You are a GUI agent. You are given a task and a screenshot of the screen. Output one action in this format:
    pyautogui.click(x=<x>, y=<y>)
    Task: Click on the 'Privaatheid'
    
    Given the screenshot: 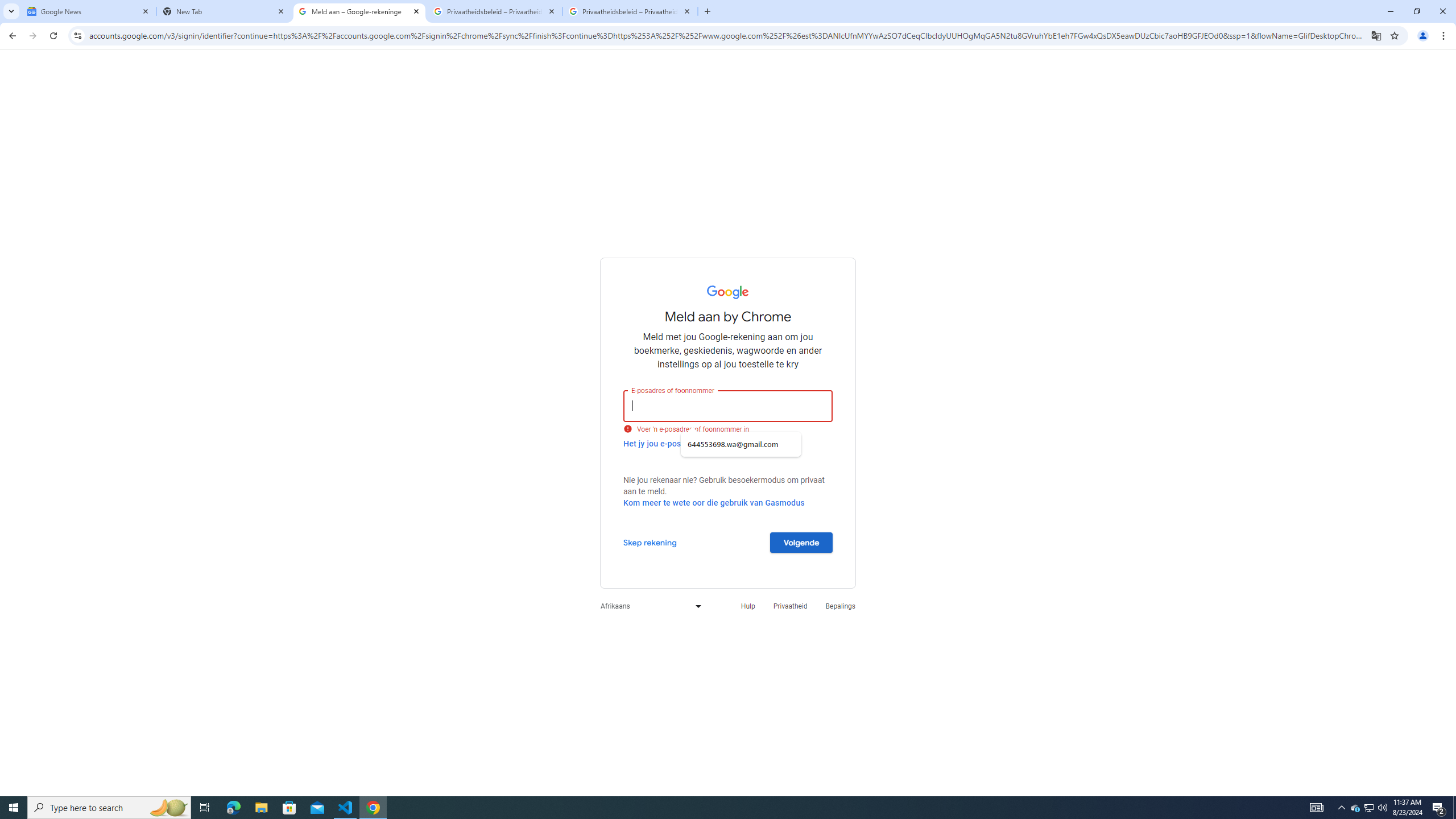 What is the action you would take?
    pyautogui.click(x=791, y=605)
    